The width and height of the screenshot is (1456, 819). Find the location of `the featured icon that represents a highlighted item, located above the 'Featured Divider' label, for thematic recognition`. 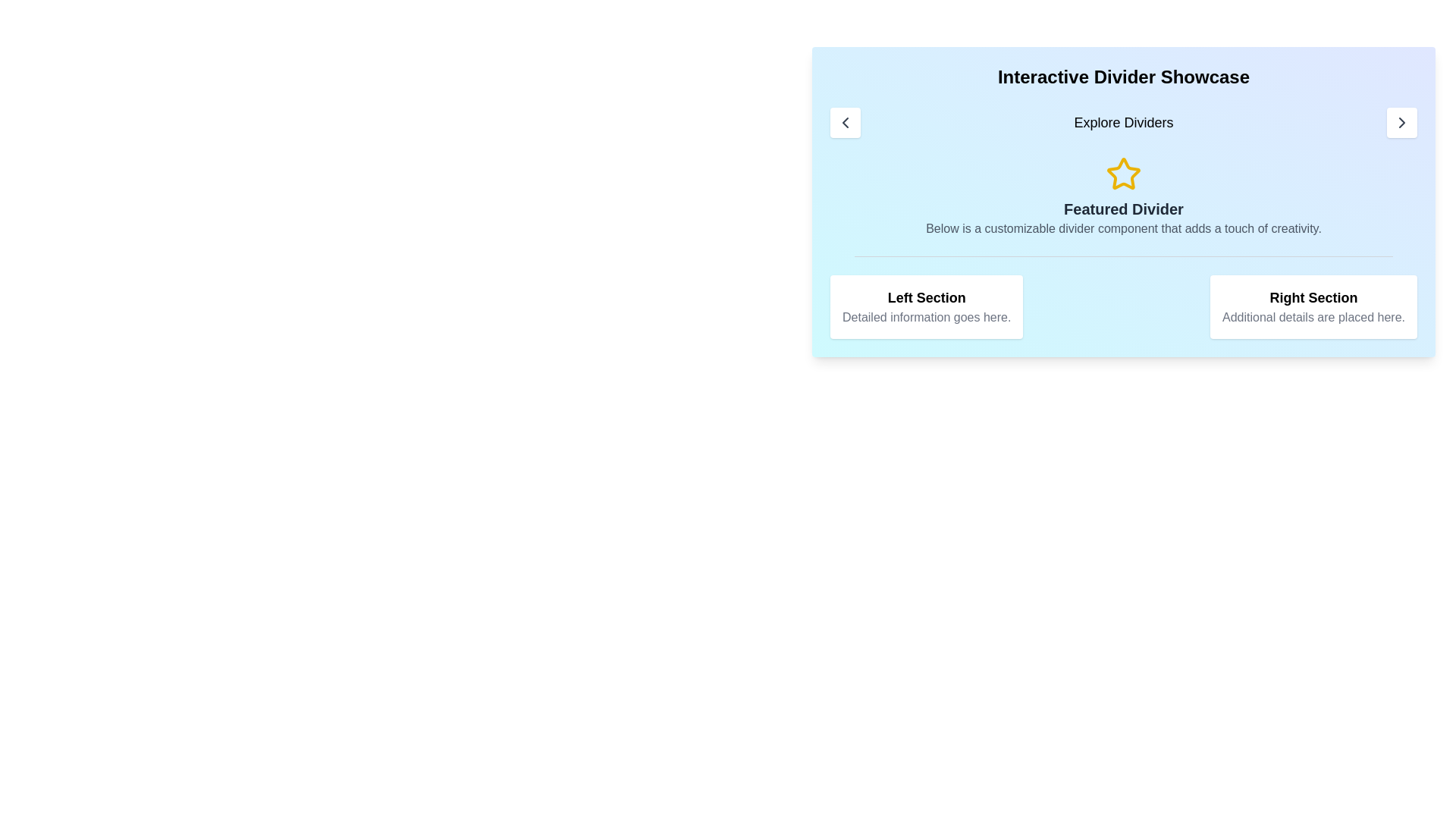

the featured icon that represents a highlighted item, located above the 'Featured Divider' label, for thematic recognition is located at coordinates (1124, 173).